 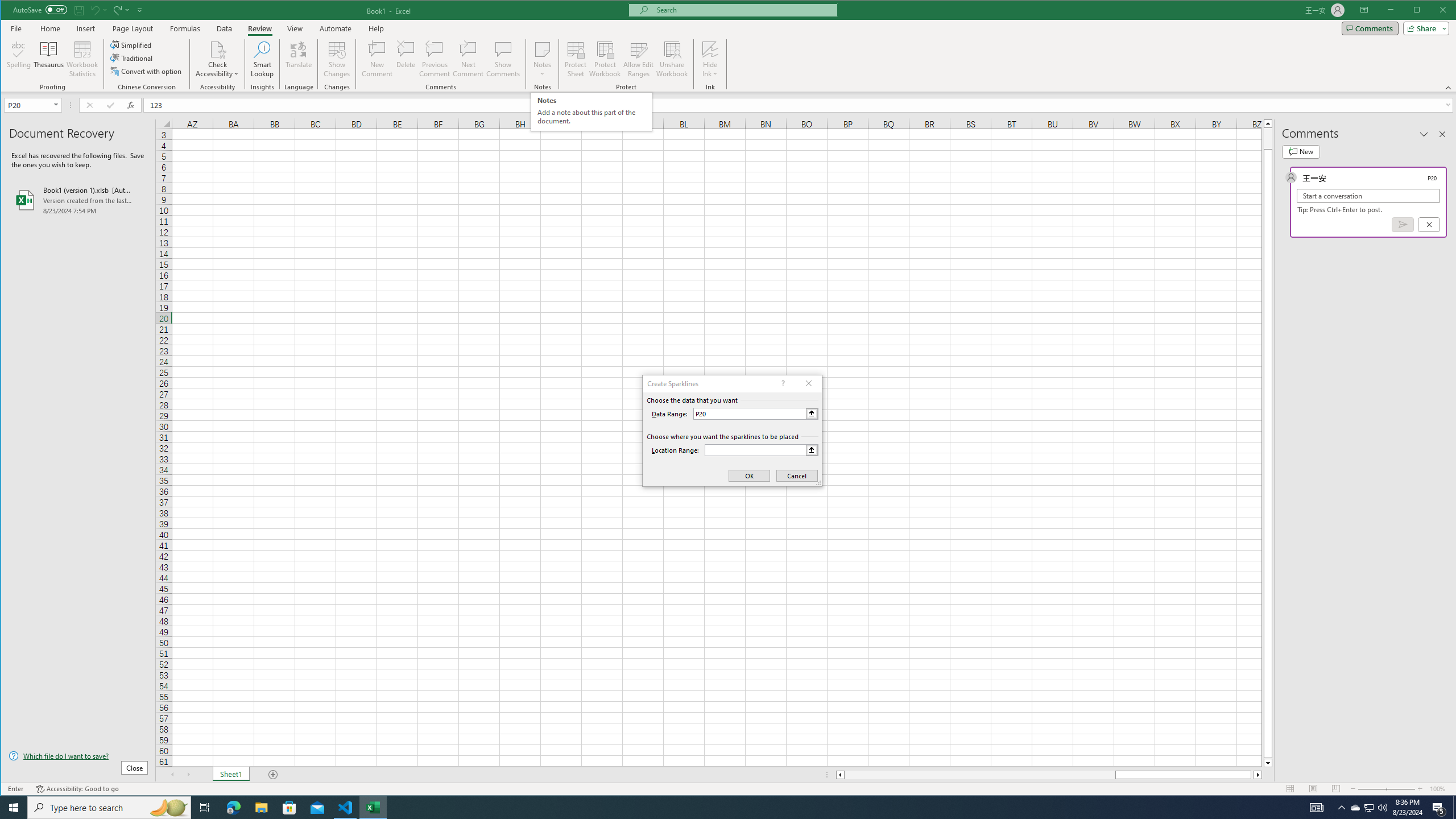 I want to click on 'Traditional', so click(x=132, y=58).